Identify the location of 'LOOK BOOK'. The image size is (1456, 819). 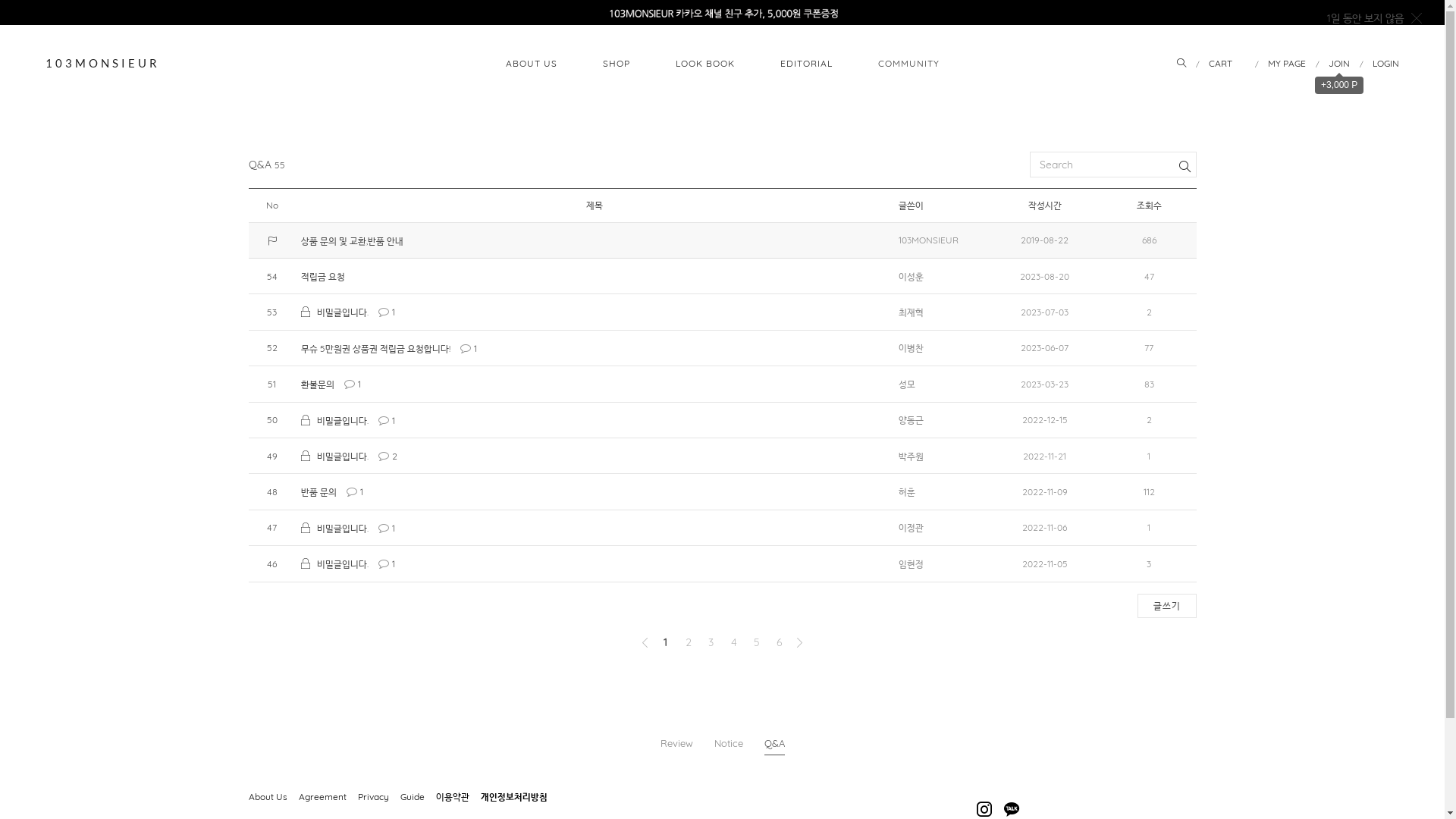
(704, 62).